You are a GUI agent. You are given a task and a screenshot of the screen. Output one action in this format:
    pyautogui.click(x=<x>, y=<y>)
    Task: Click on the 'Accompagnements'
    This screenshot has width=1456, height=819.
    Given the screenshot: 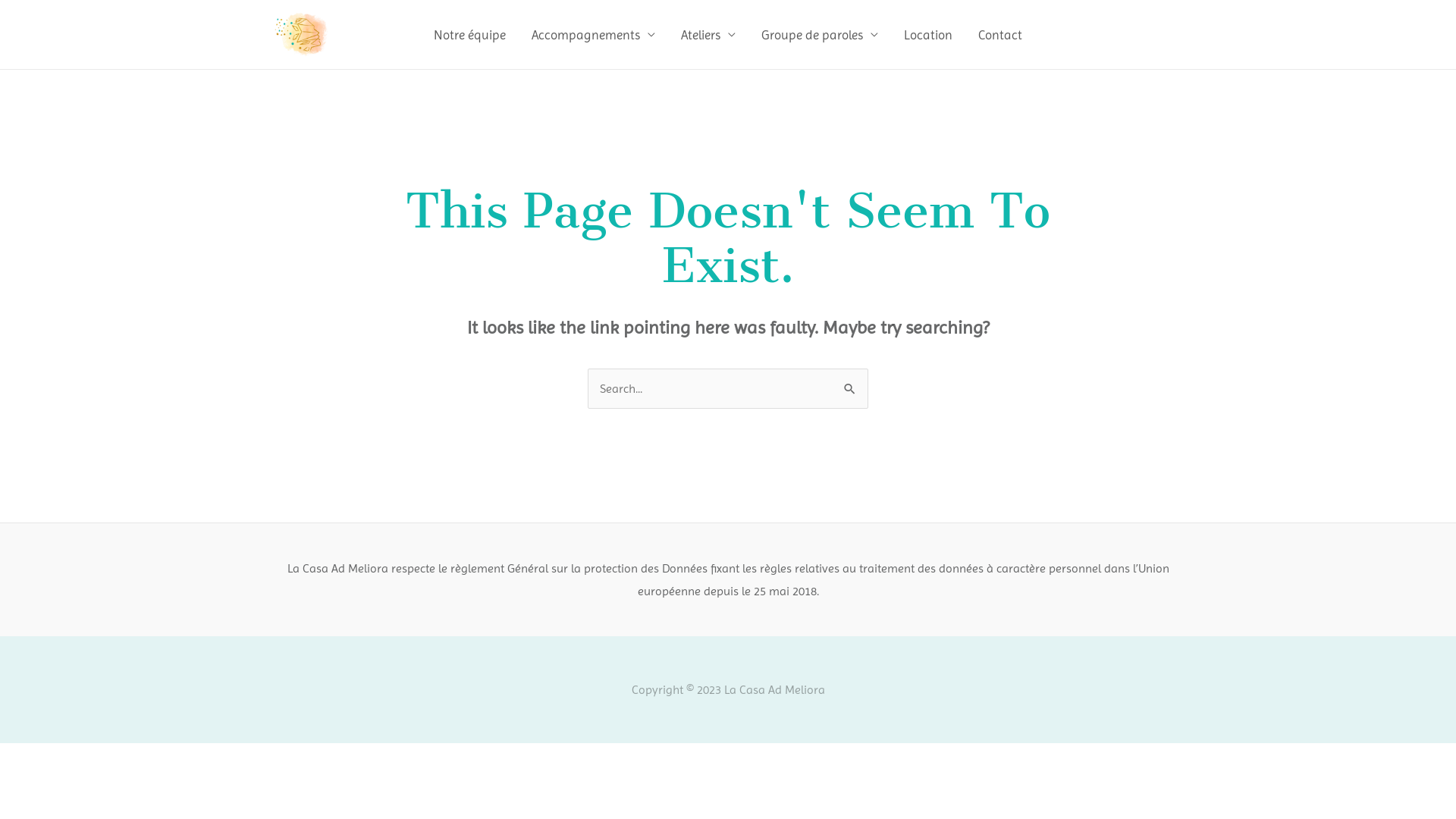 What is the action you would take?
    pyautogui.click(x=592, y=34)
    